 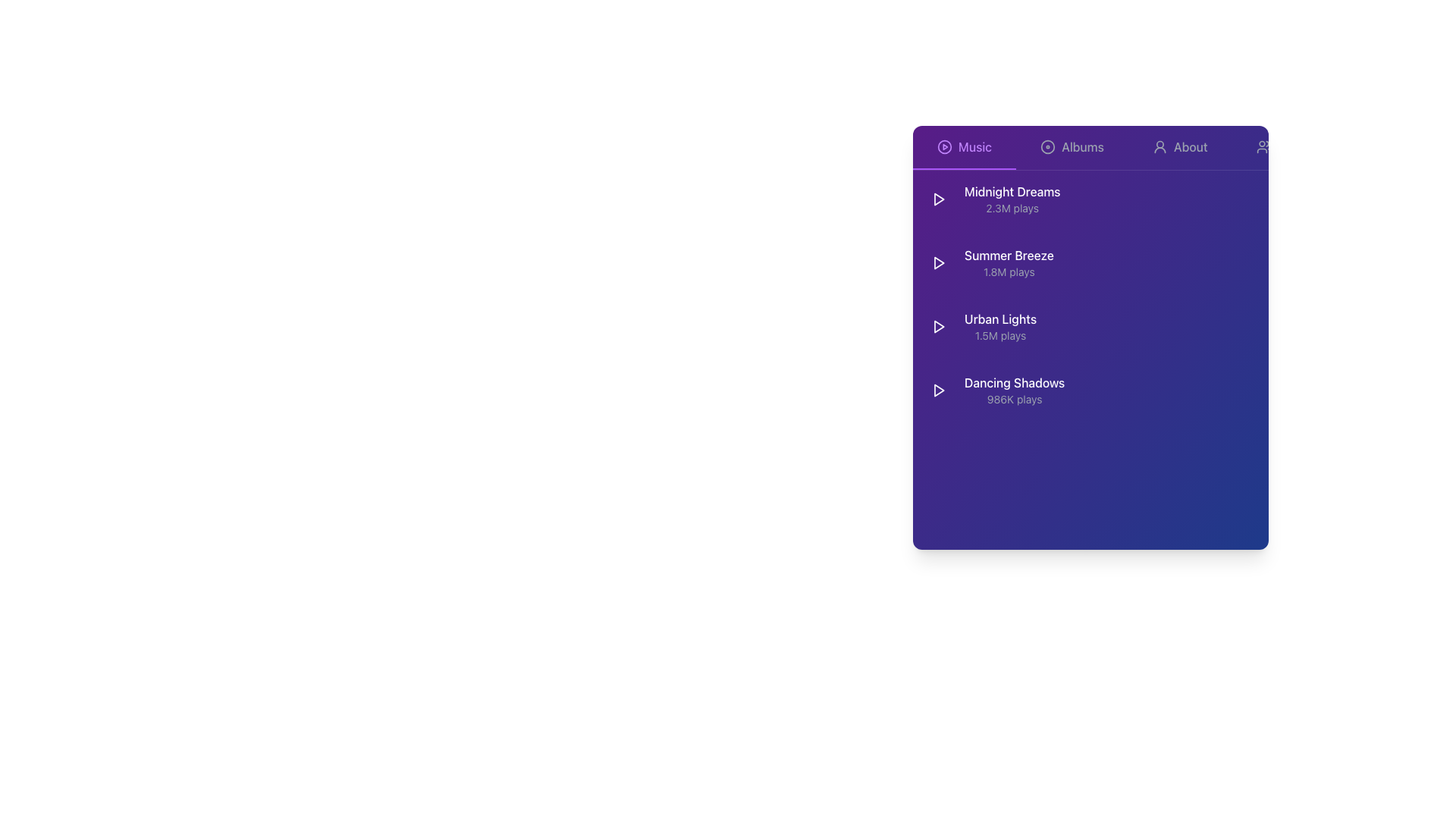 What do you see at coordinates (1009, 271) in the screenshot?
I see `the text label displaying '1.8M plays' which is located directly under the title 'Summer Breeze' in the second row of the track list` at bounding box center [1009, 271].